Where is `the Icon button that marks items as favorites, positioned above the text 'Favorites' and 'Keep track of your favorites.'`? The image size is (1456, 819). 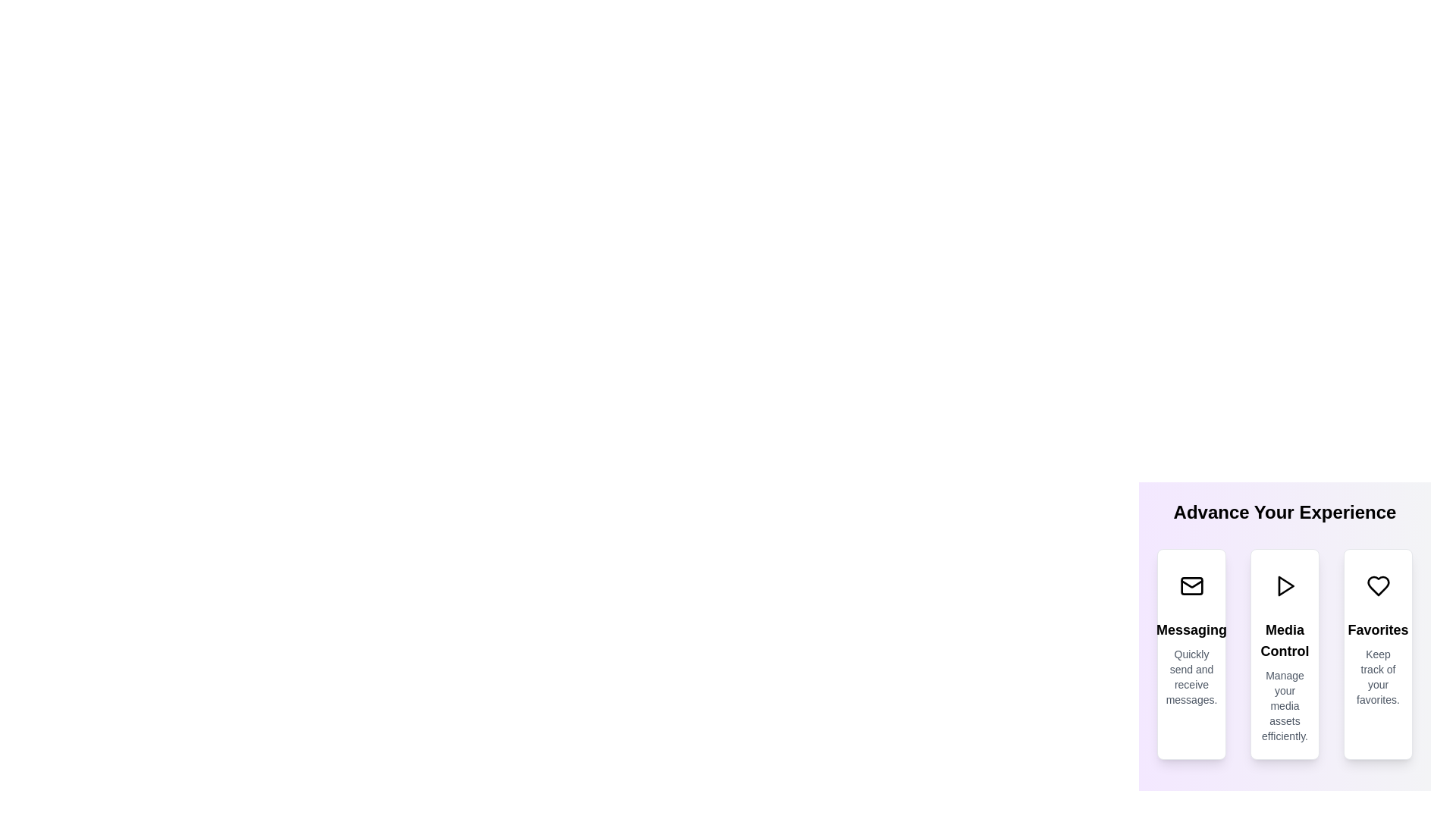
the Icon button that marks items as favorites, positioned above the text 'Favorites' and 'Keep track of your favorites.' is located at coordinates (1378, 585).